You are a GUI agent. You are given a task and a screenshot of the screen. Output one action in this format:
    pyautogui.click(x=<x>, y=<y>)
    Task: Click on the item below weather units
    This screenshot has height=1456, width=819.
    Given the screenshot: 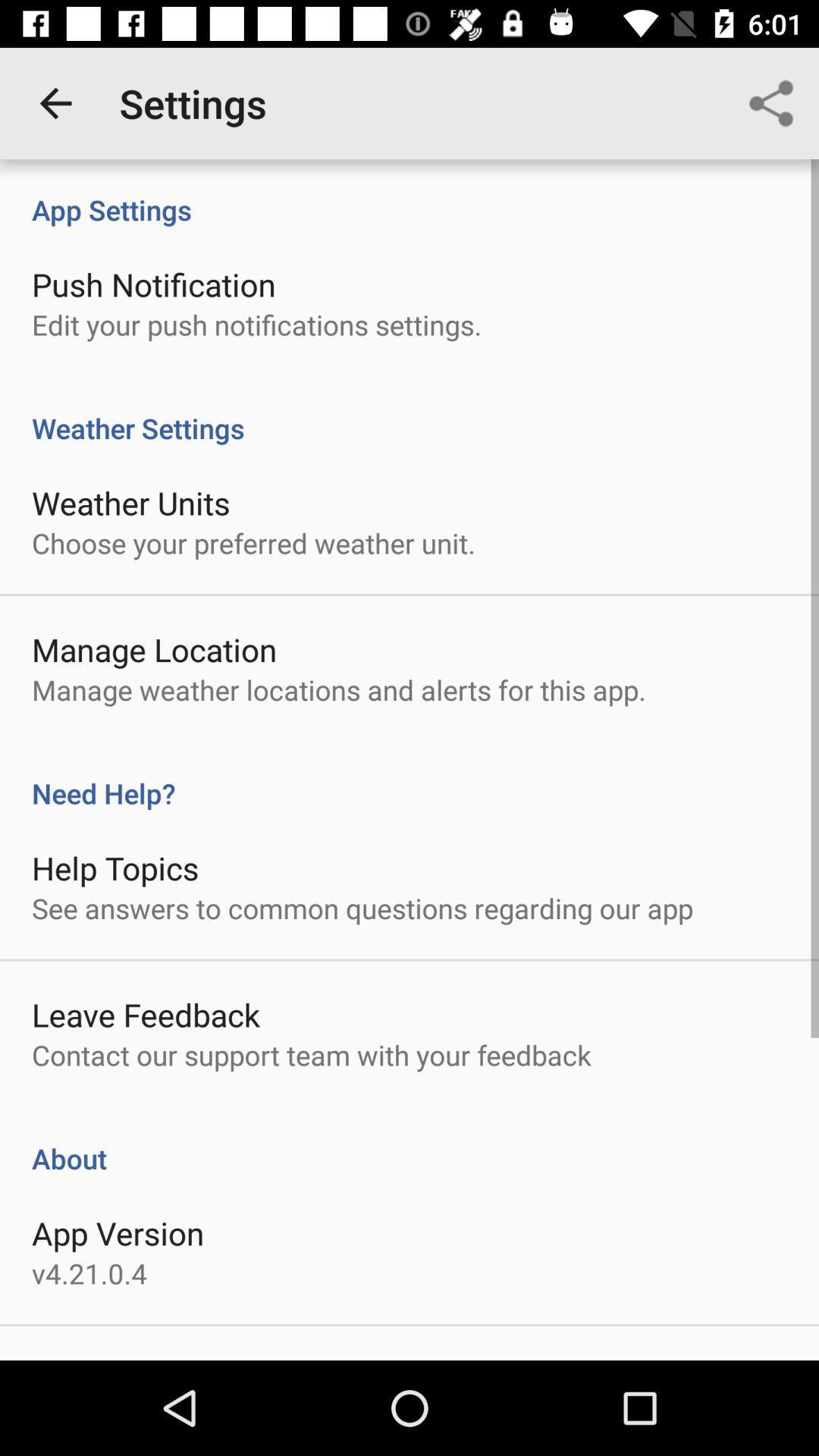 What is the action you would take?
    pyautogui.click(x=253, y=543)
    